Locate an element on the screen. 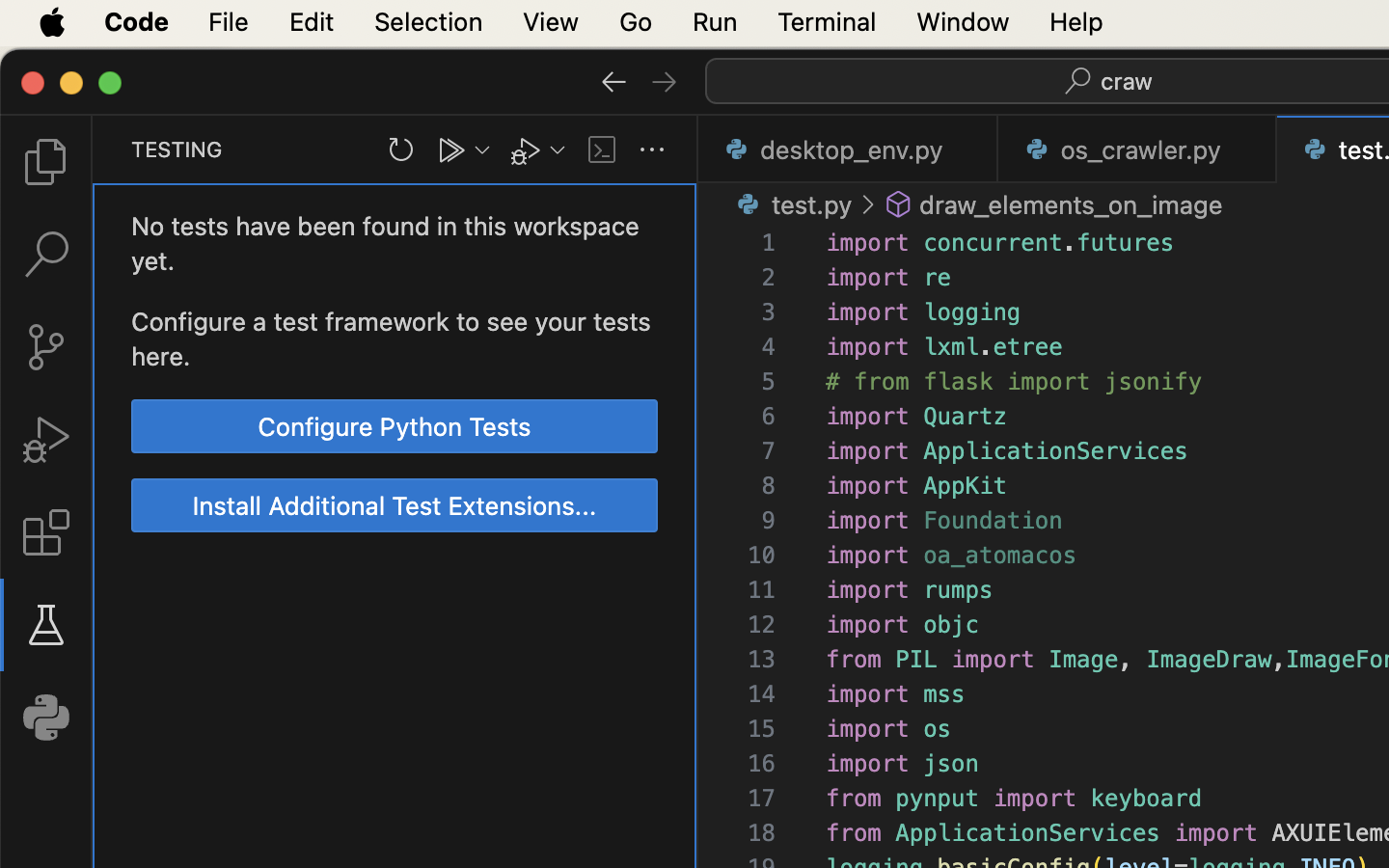  '0 desktop_env.py  ' is located at coordinates (847, 149).